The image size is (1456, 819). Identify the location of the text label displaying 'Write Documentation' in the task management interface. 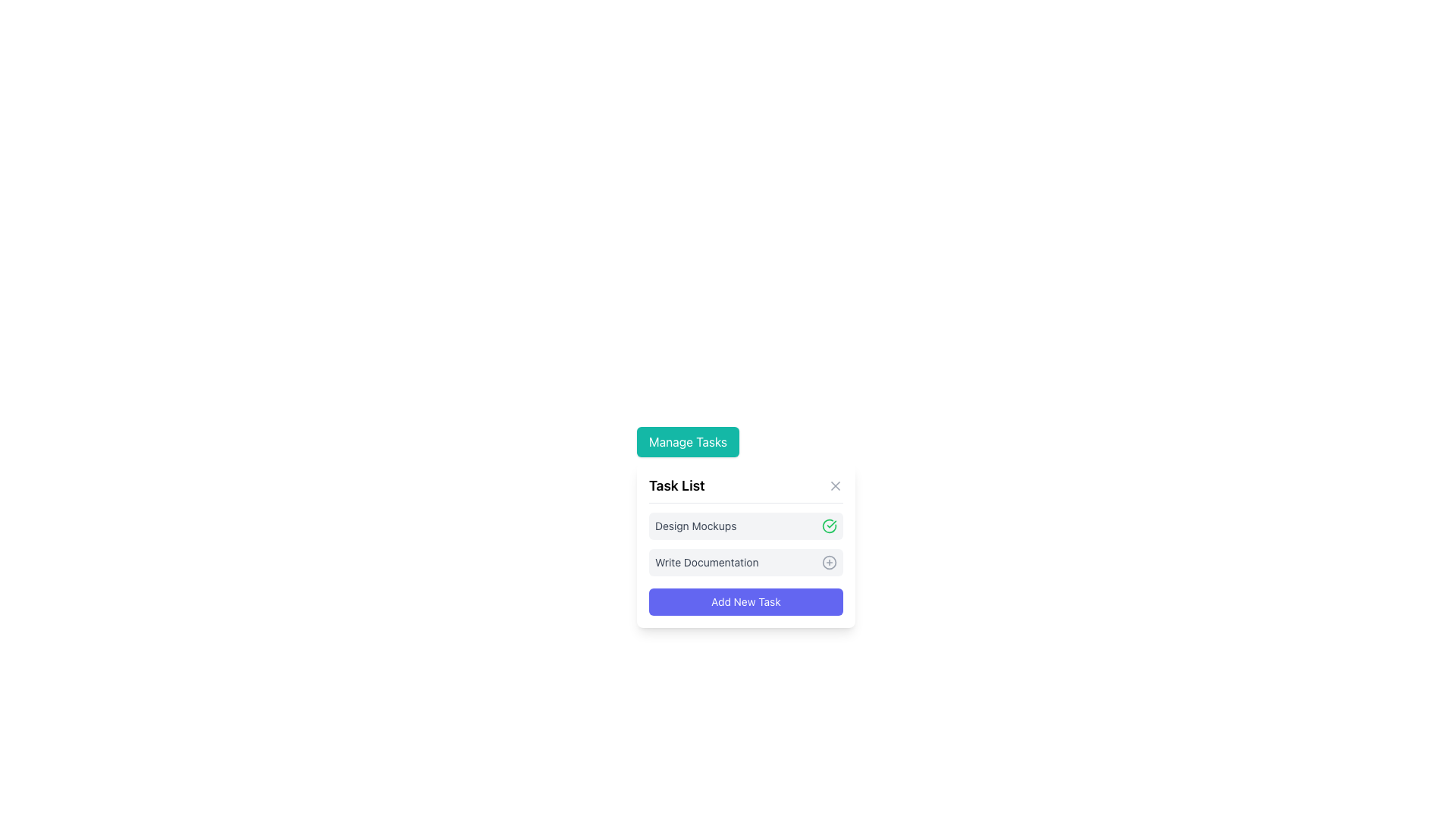
(706, 562).